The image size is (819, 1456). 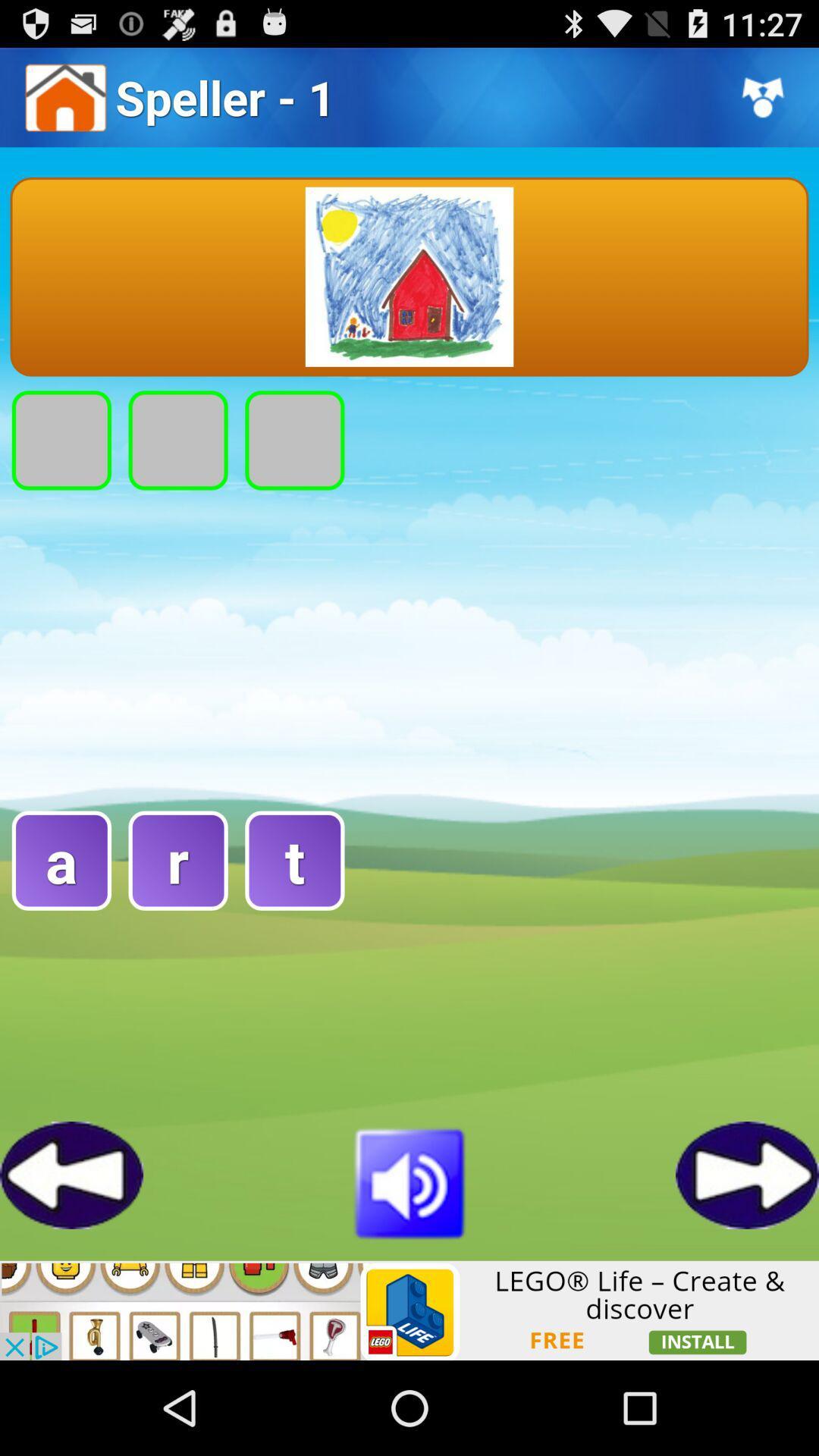 What do you see at coordinates (746, 1175) in the screenshot?
I see `the arrow on bottom right` at bounding box center [746, 1175].